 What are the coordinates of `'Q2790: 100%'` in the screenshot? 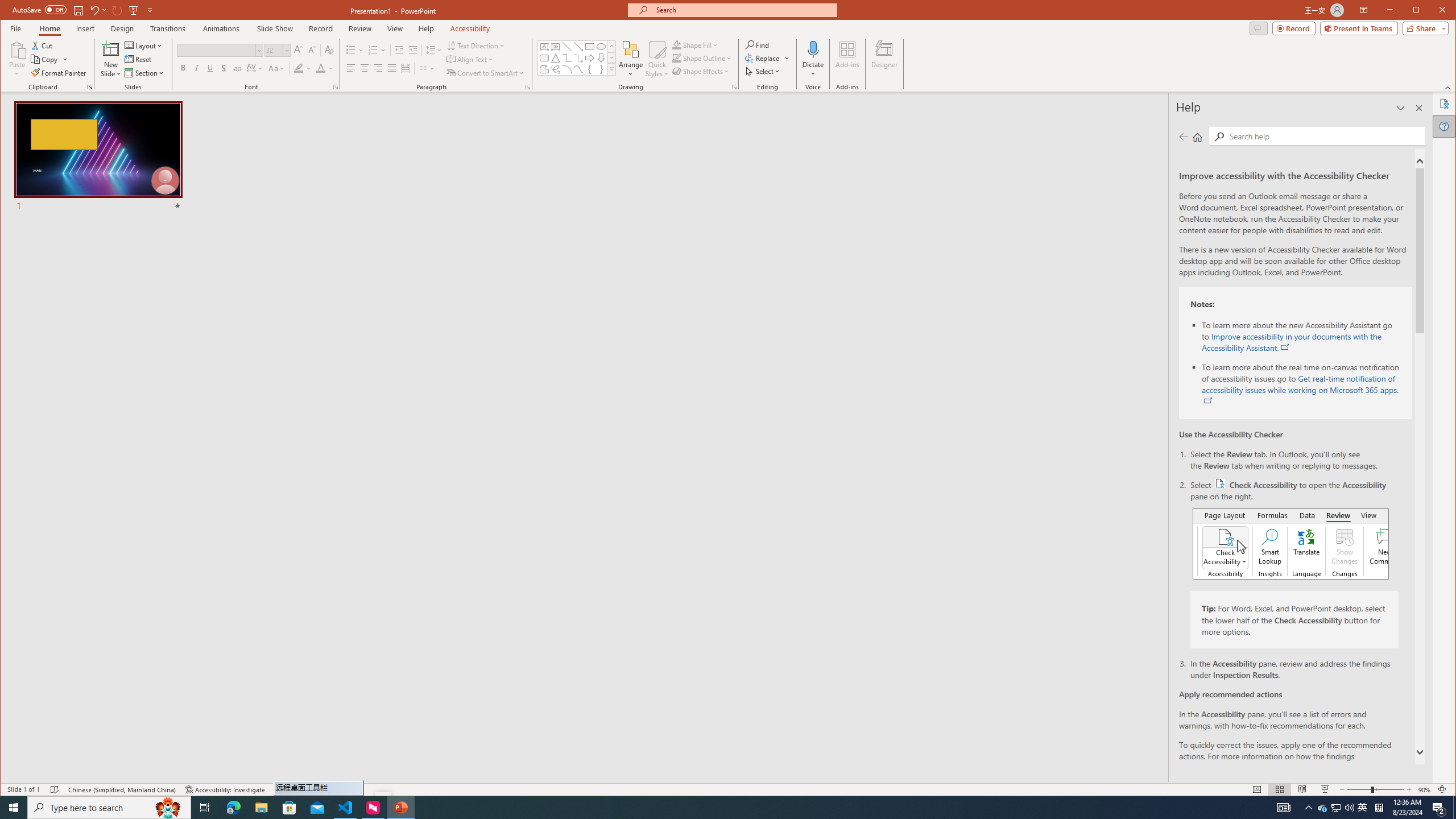 It's located at (1349, 806).